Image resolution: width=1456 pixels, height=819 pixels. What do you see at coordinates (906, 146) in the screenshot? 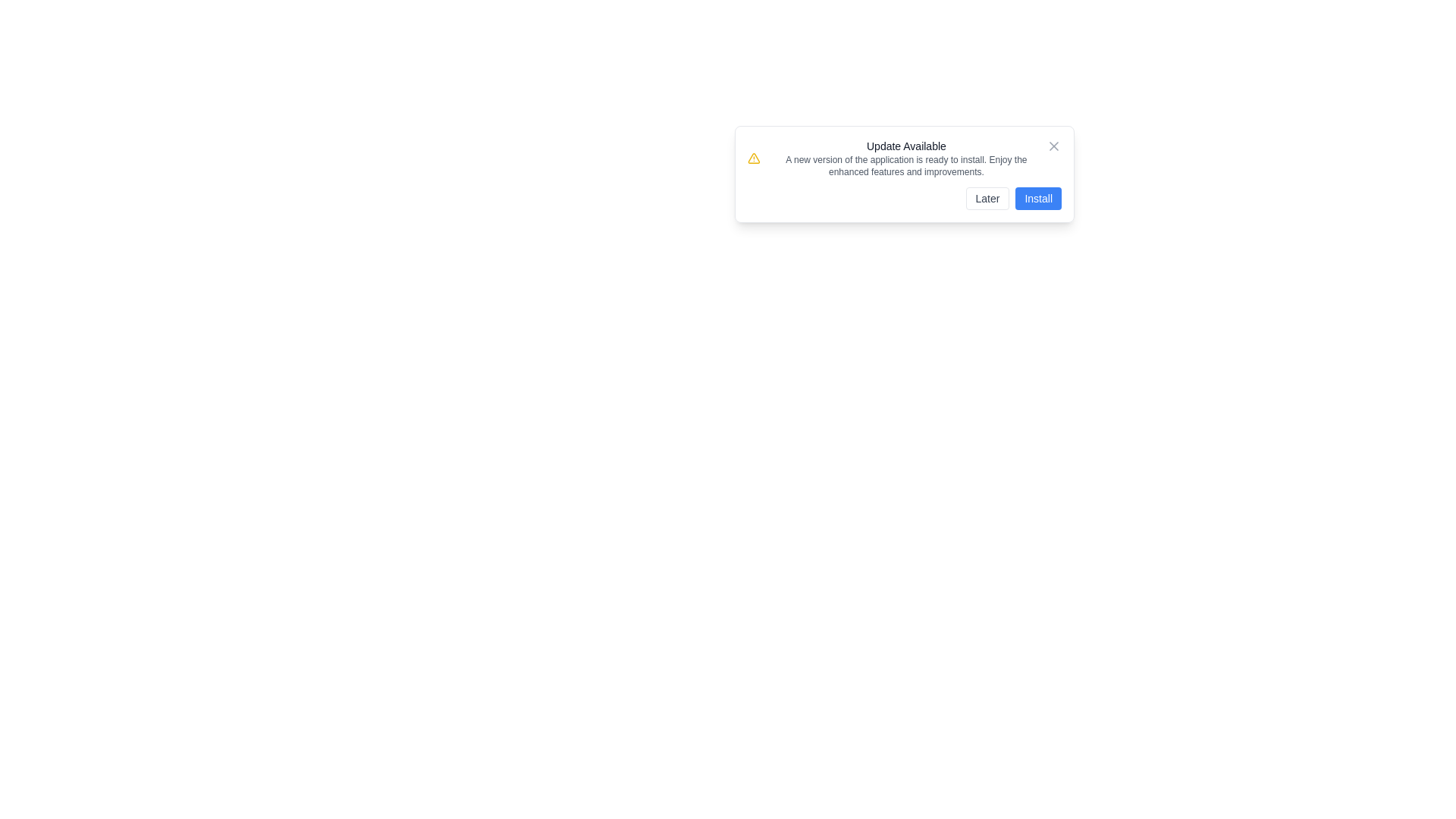
I see `the Text Label that indicates an update is available for the application, located at the top of the notification card` at bounding box center [906, 146].